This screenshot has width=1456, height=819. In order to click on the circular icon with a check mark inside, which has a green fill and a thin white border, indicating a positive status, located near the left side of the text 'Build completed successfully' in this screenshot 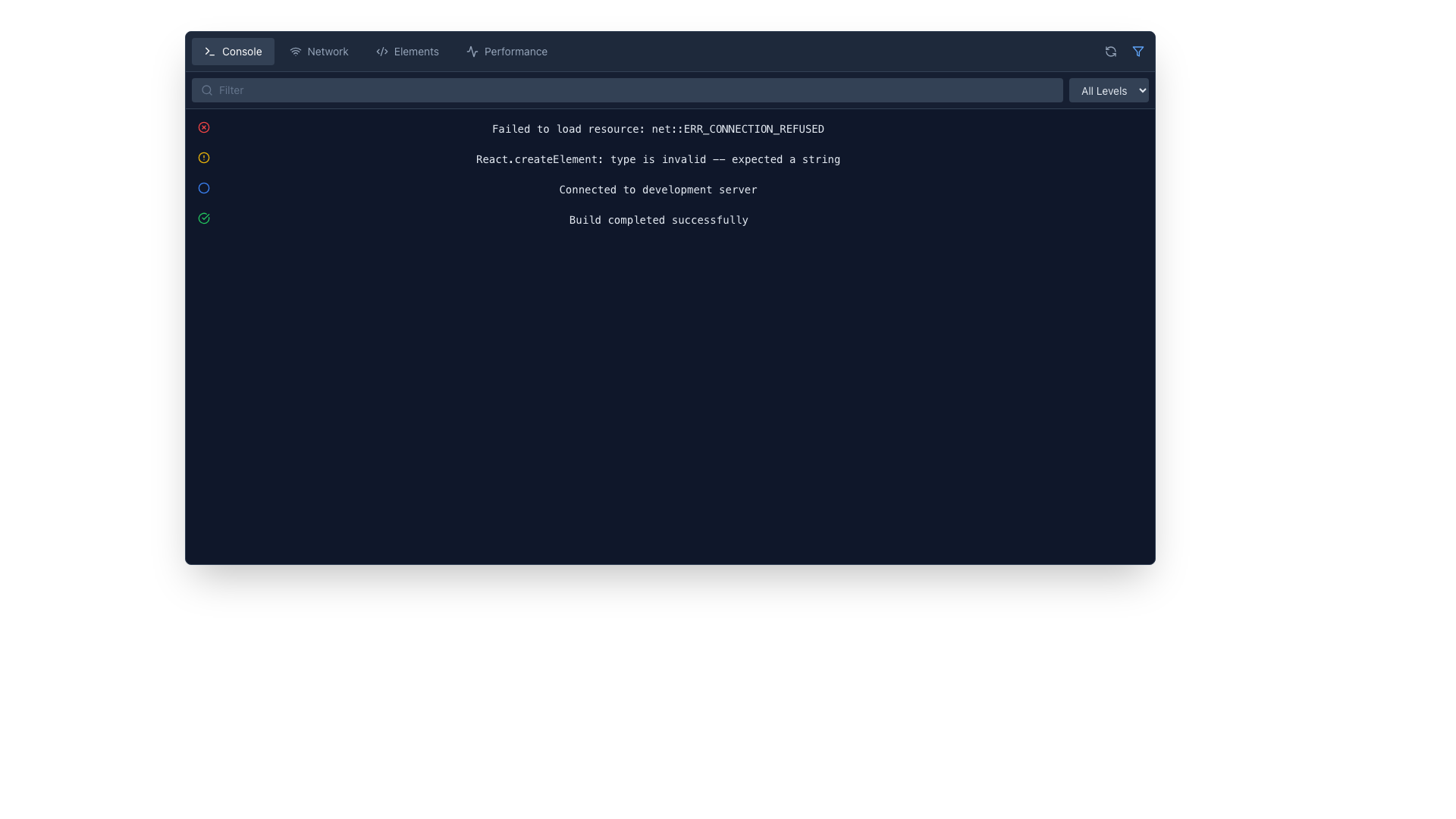, I will do `click(202, 218)`.